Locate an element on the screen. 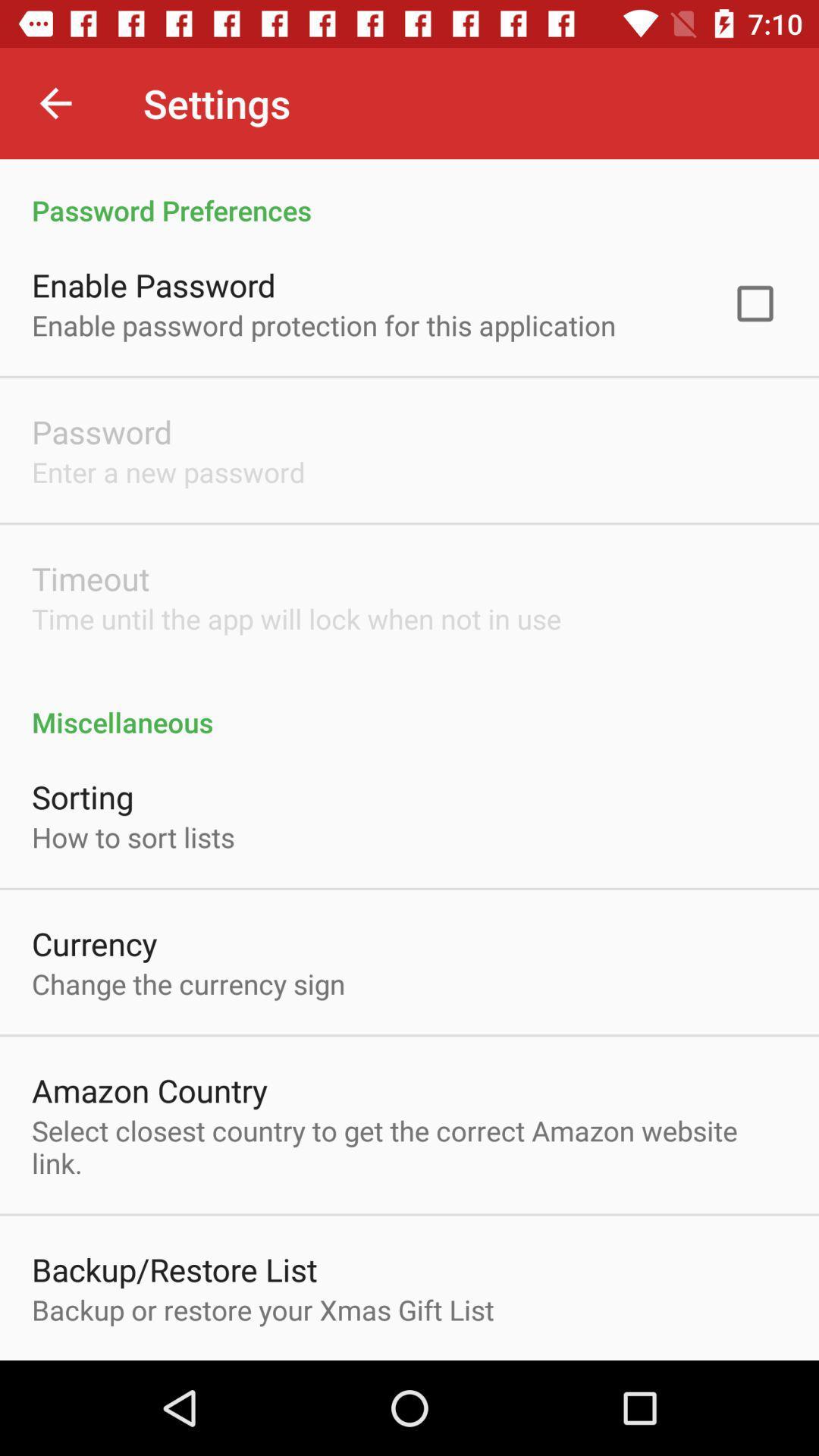  icon above password preferences icon is located at coordinates (55, 102).